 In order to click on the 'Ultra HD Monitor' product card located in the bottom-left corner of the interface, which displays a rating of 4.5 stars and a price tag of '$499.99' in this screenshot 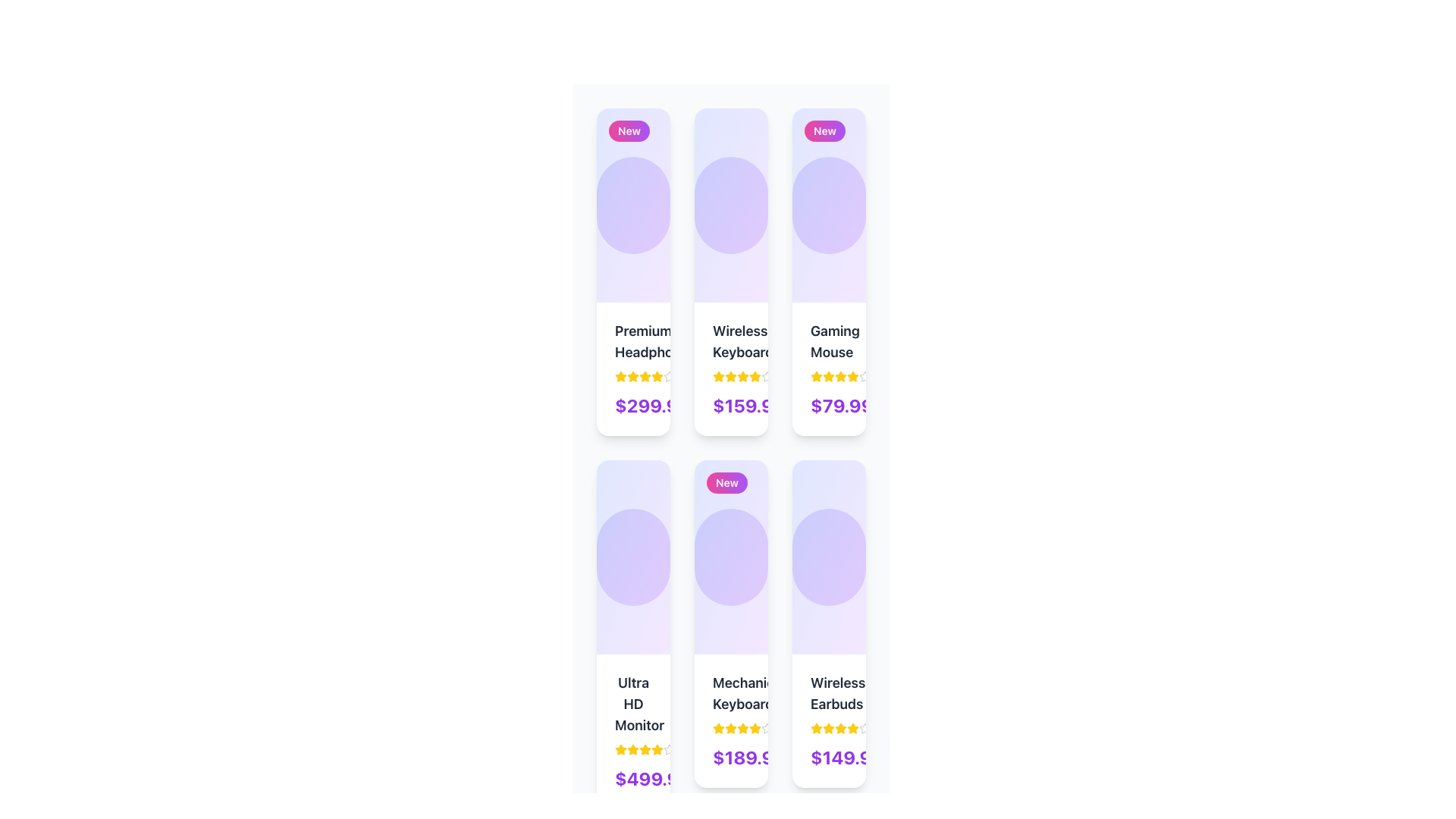, I will do `click(633, 730)`.